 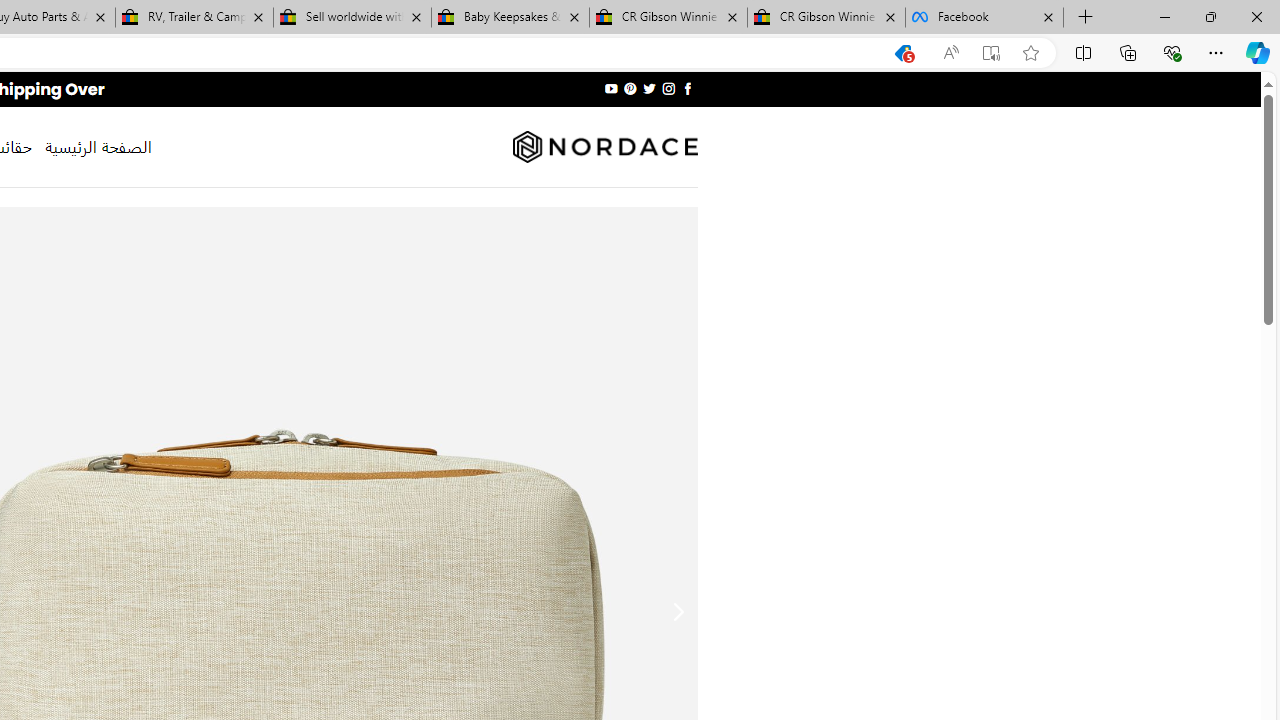 I want to click on 'Split screen', so click(x=1082, y=51).